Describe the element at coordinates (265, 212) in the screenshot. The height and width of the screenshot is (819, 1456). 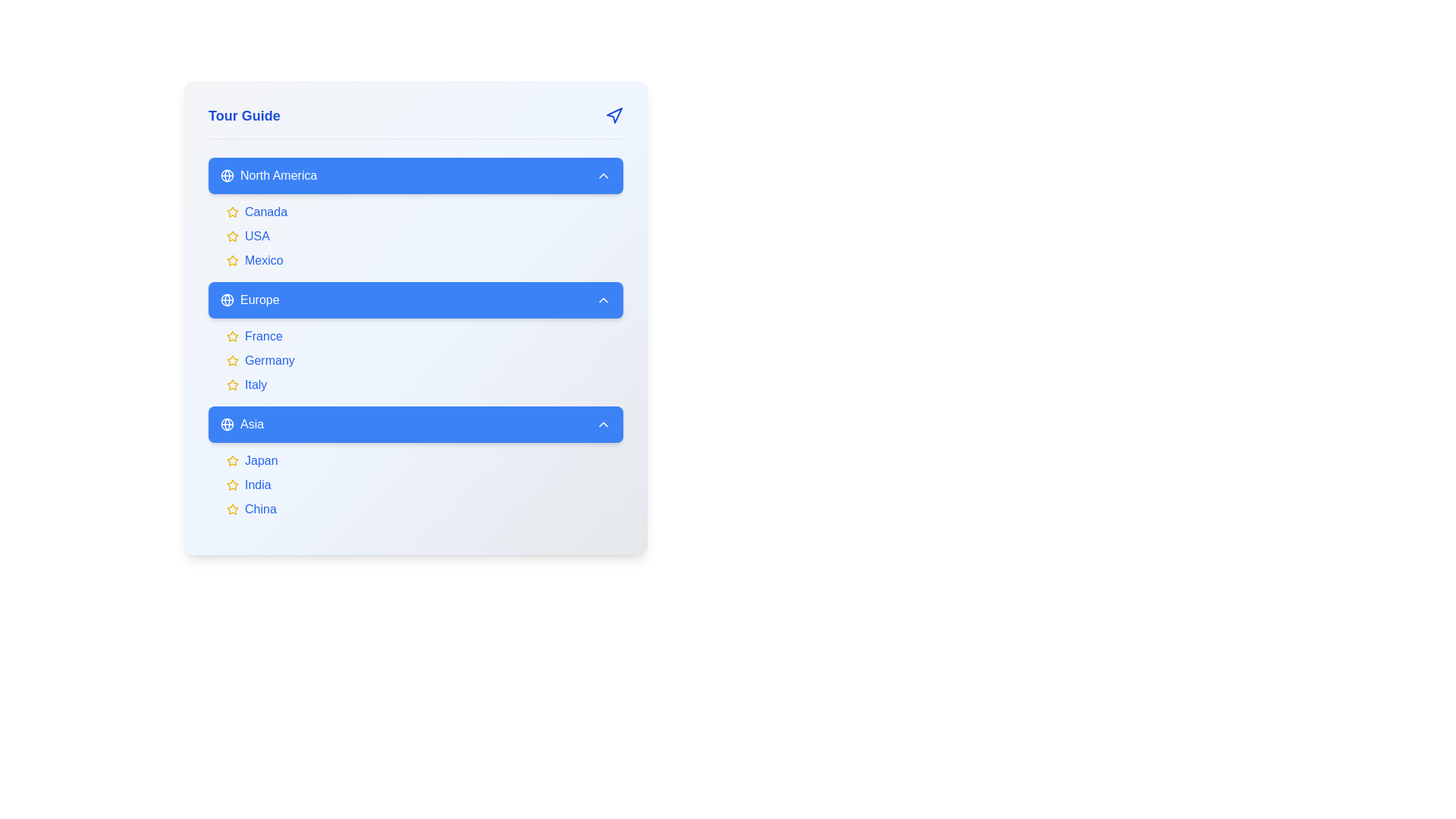
I see `the 'Canada' hyperlink, which is styled with blue text and an underline, positioned to the right of a yellow star icon and above 'USA' in the North America list` at that location.